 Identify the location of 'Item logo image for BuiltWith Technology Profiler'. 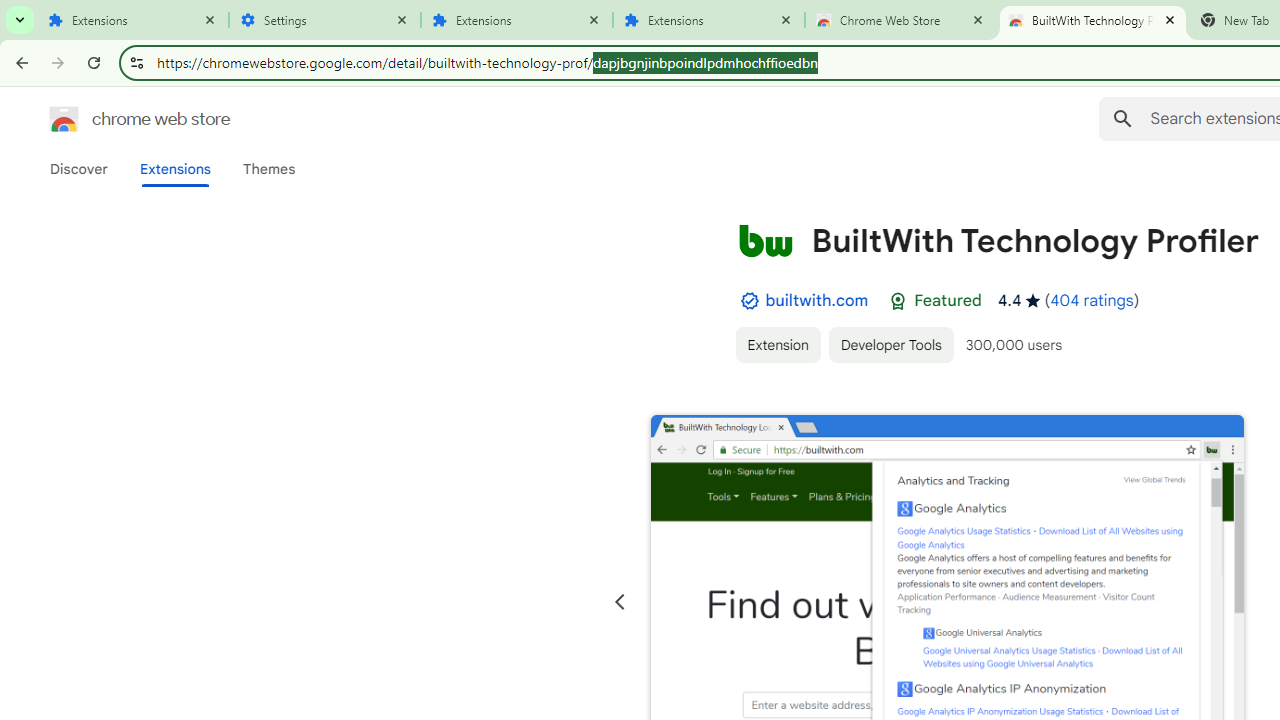
(764, 239).